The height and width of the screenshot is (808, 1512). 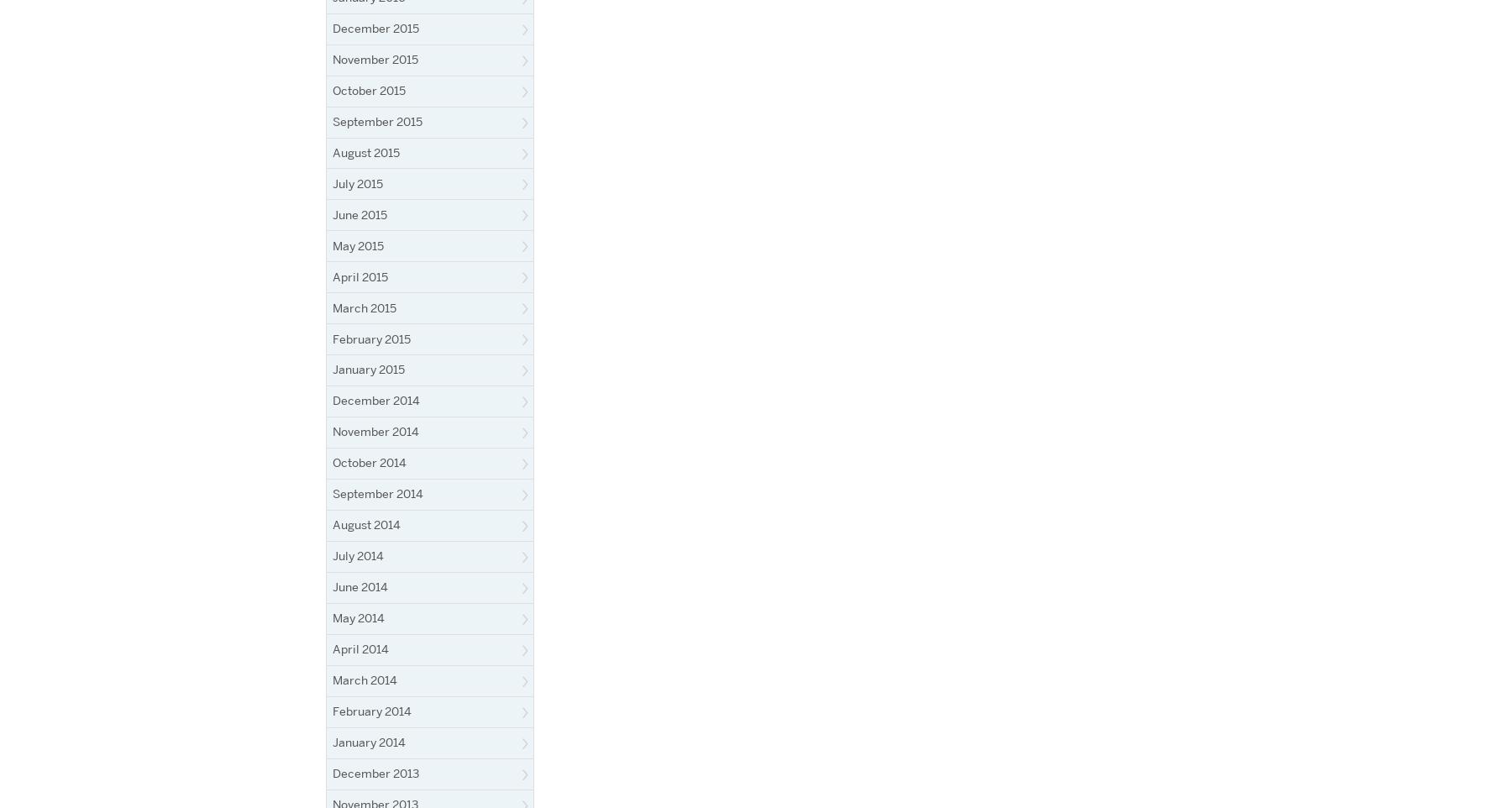 What do you see at coordinates (358, 181) in the screenshot?
I see `'July 2015'` at bounding box center [358, 181].